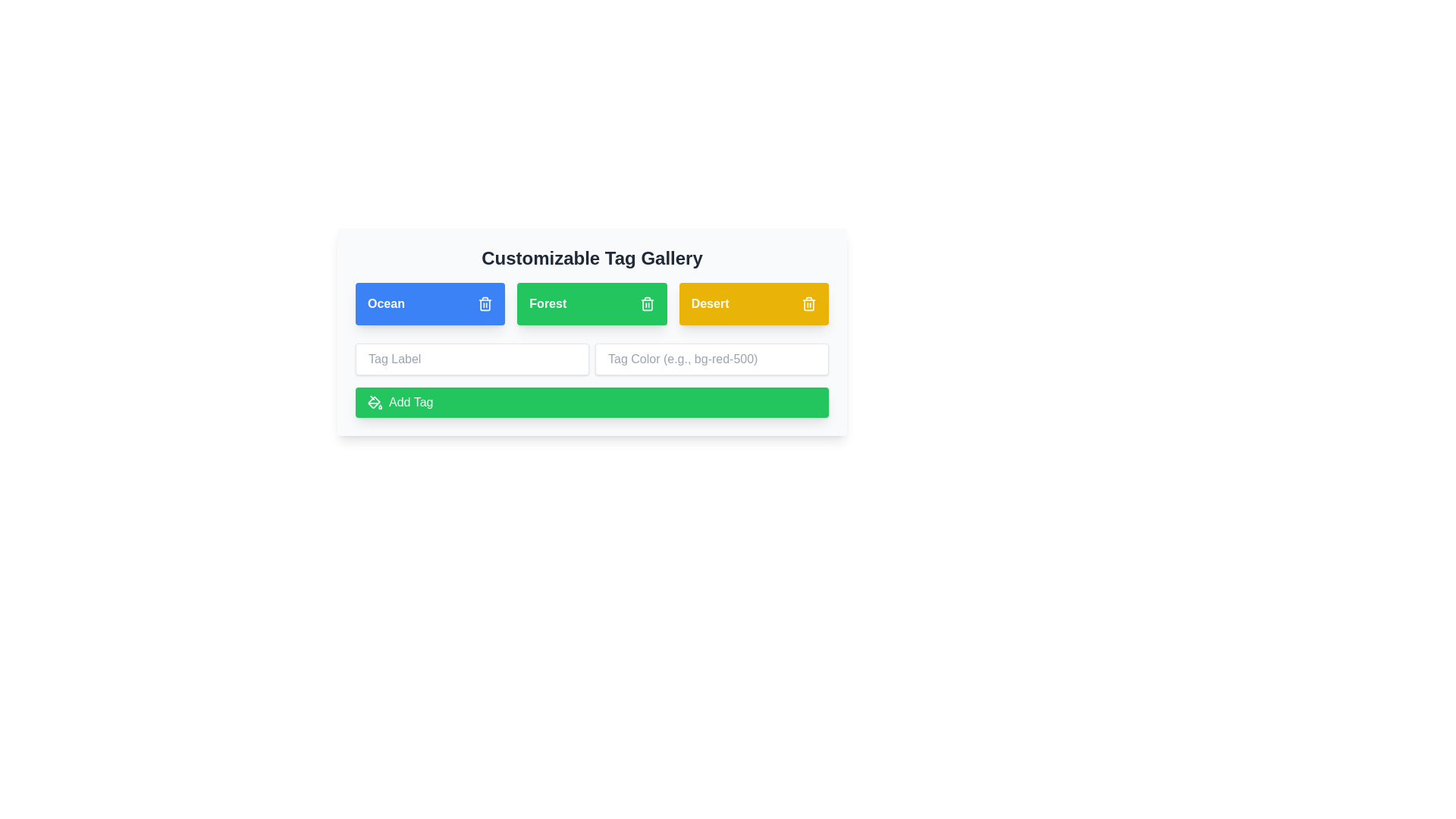  What do you see at coordinates (591, 304) in the screenshot?
I see `the chip labeled Forest to select or highlight it` at bounding box center [591, 304].